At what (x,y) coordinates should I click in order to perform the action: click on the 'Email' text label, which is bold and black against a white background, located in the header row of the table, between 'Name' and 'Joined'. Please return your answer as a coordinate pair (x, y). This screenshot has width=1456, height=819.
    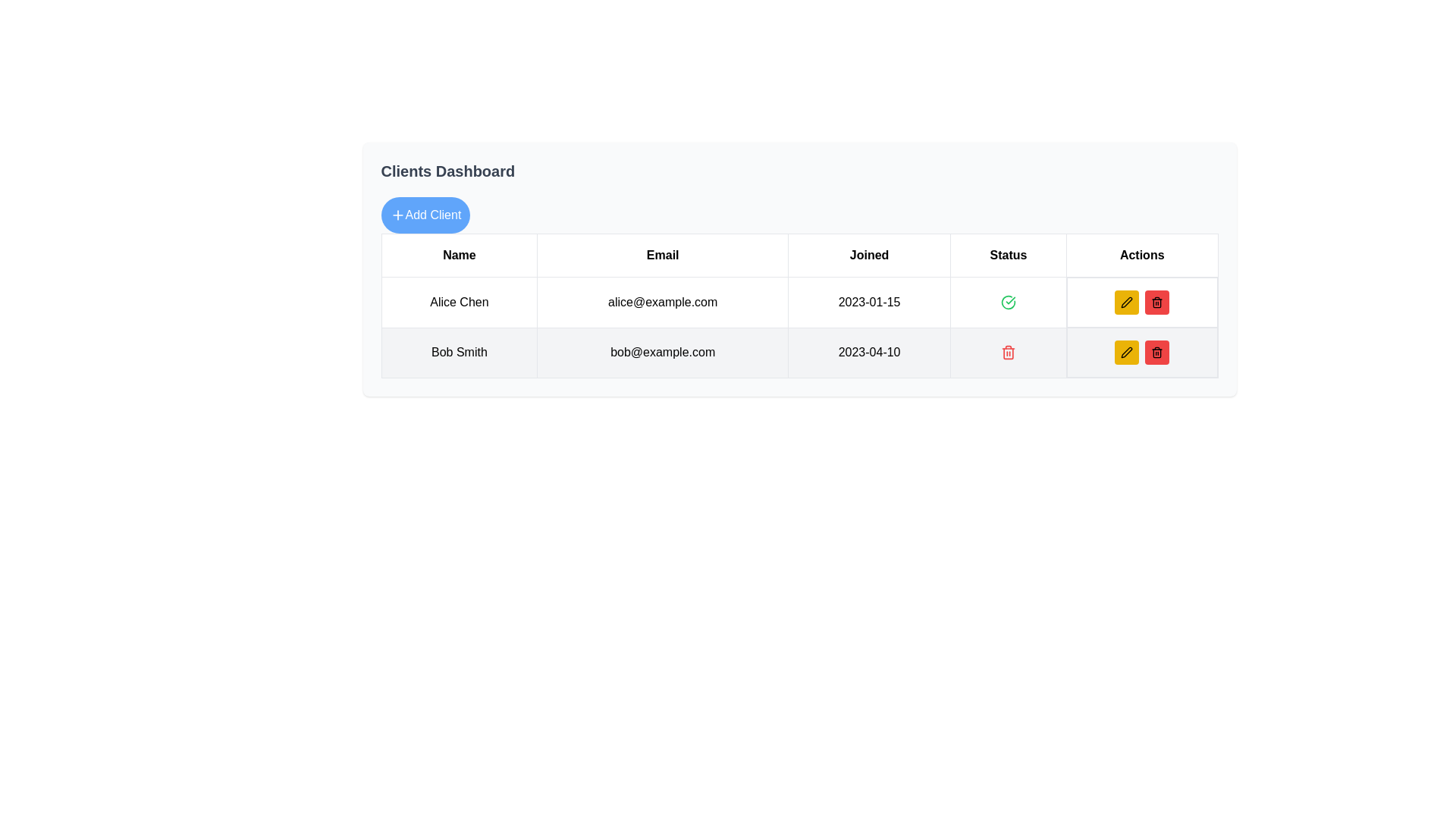
    Looking at the image, I should click on (663, 254).